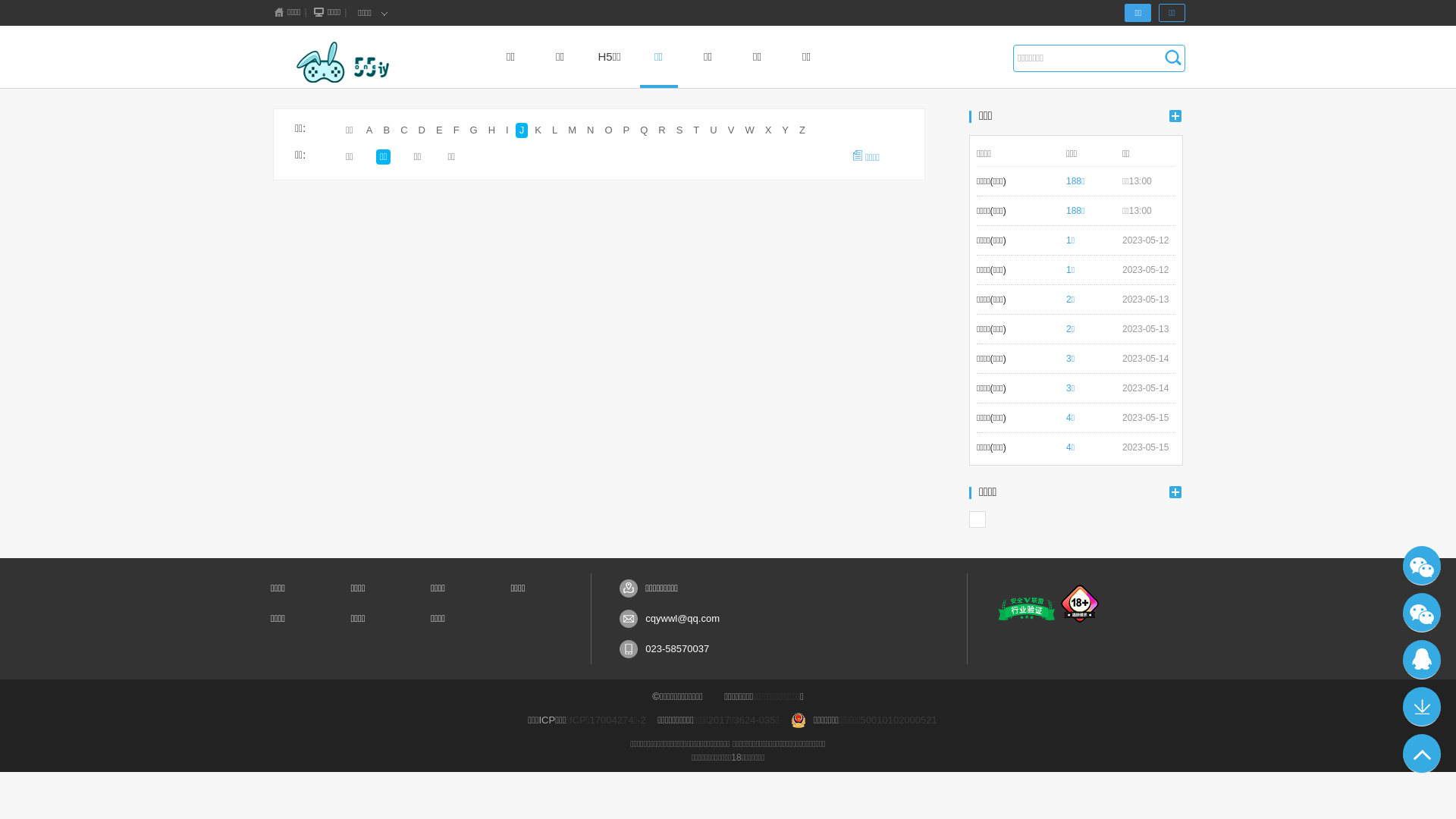  Describe the element at coordinates (455, 130) in the screenshot. I see `'F'` at that location.